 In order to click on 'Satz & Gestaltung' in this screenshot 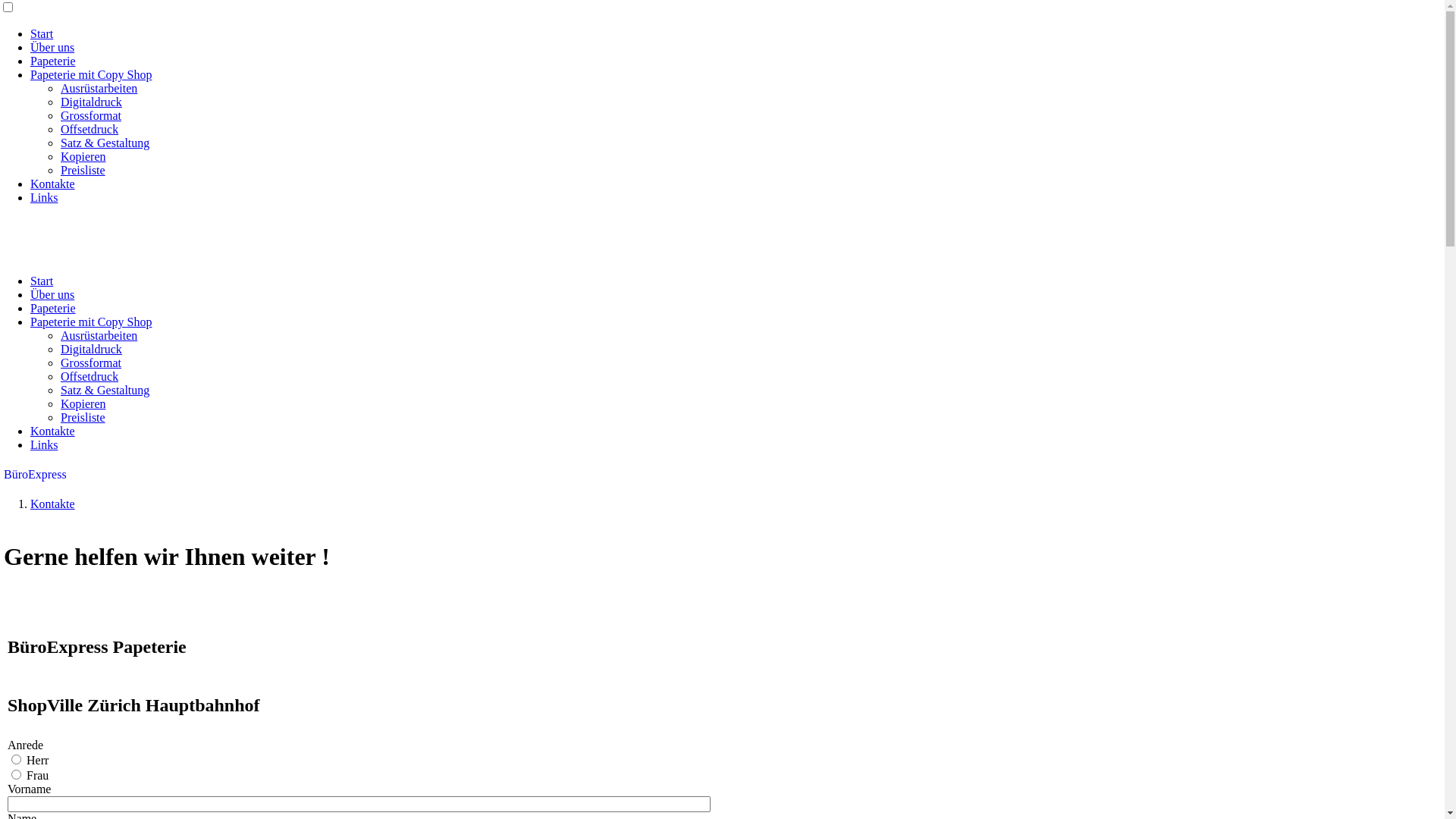, I will do `click(104, 389)`.